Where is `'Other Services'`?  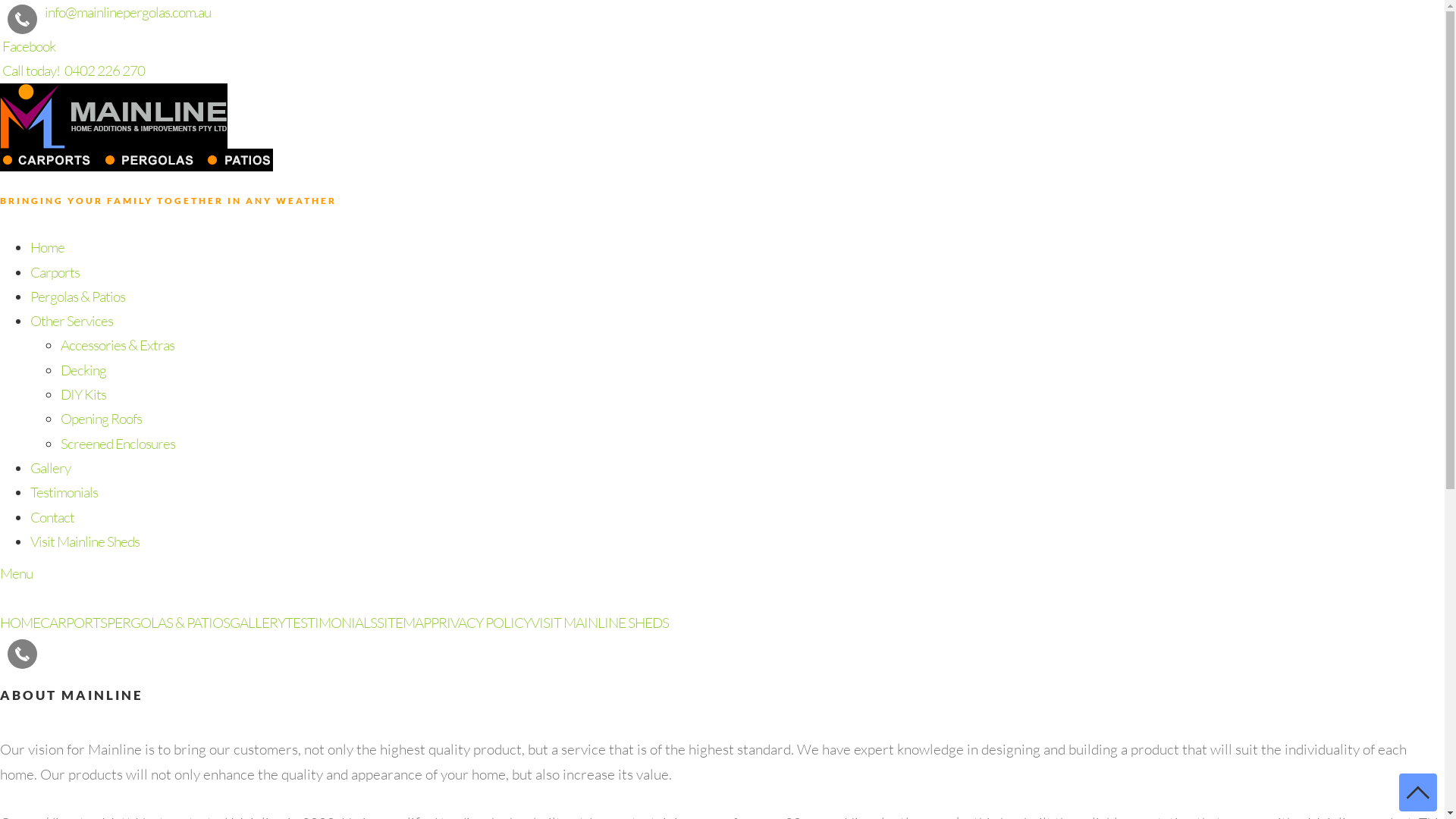
'Other Services' is located at coordinates (71, 320).